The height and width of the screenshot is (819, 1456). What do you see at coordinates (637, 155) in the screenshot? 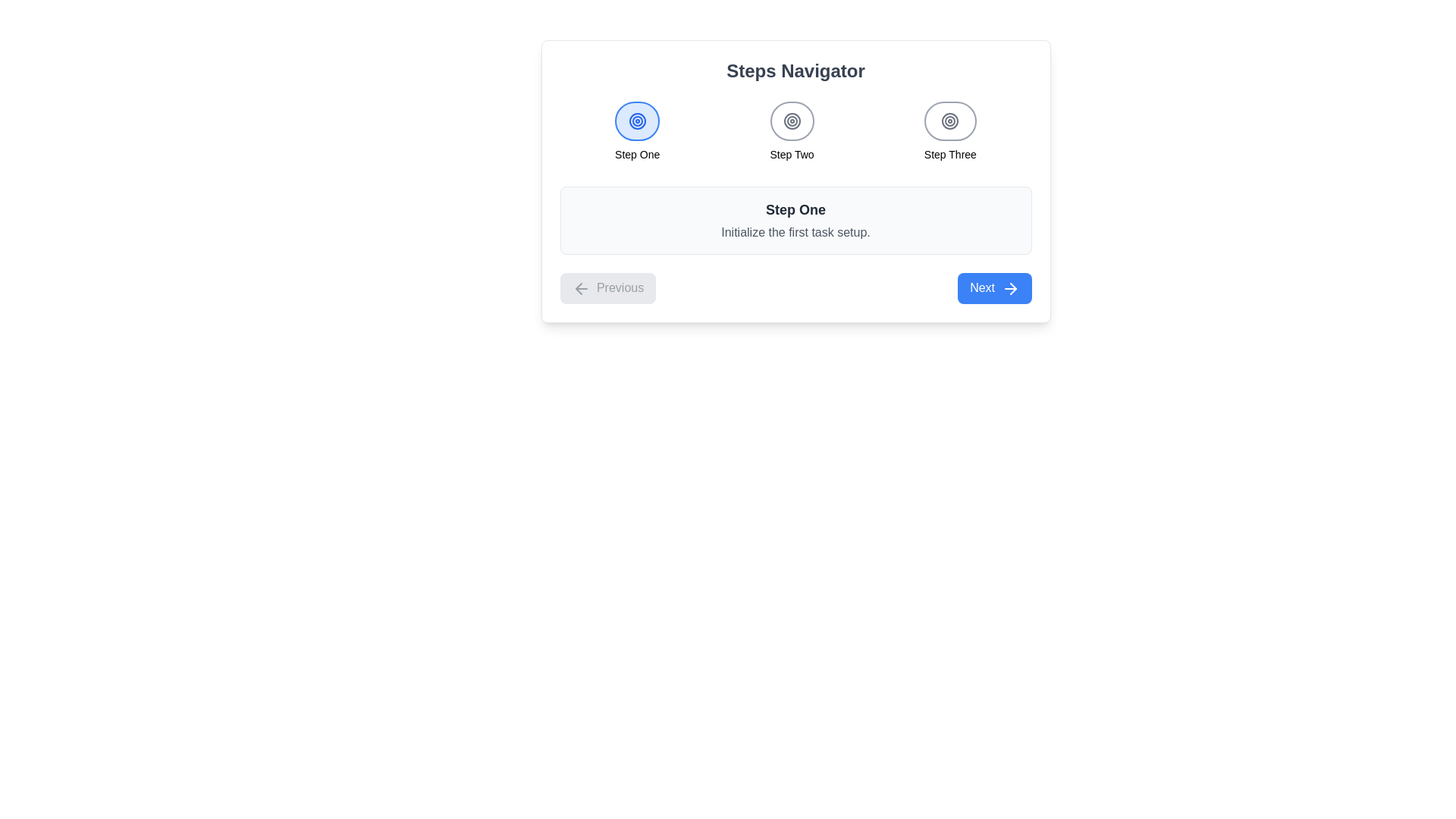
I see `the text content of the label indicating 'Step One', which is positioned below the first circular icon in the multi-step navigation interface` at bounding box center [637, 155].